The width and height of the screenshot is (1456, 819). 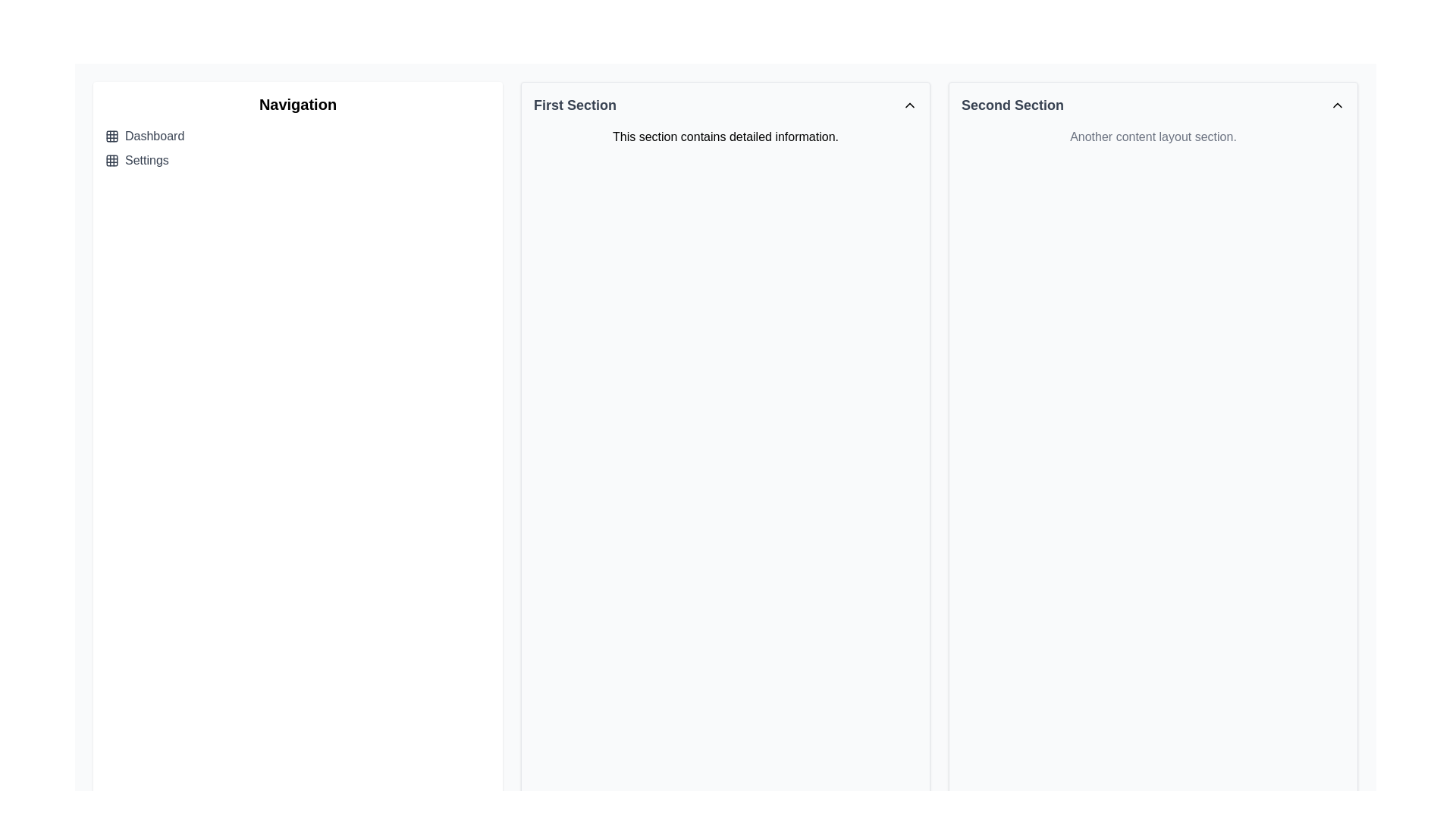 What do you see at coordinates (111, 136) in the screenshot?
I see `the 'Dashboard' icon located in the navigation bar, which is the first icon preceding the 'Dashboard' label` at bounding box center [111, 136].